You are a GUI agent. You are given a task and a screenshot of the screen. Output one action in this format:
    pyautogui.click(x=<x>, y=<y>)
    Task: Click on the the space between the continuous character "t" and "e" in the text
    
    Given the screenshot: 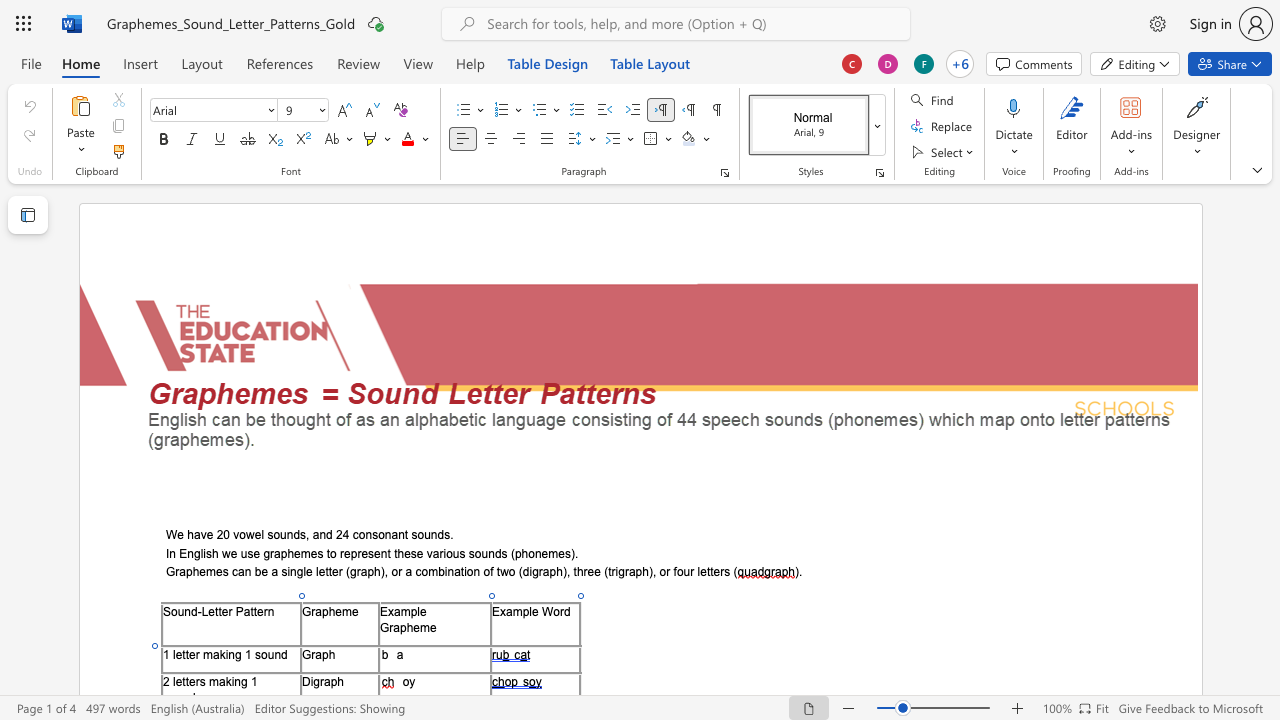 What is the action you would take?
    pyautogui.click(x=189, y=654)
    